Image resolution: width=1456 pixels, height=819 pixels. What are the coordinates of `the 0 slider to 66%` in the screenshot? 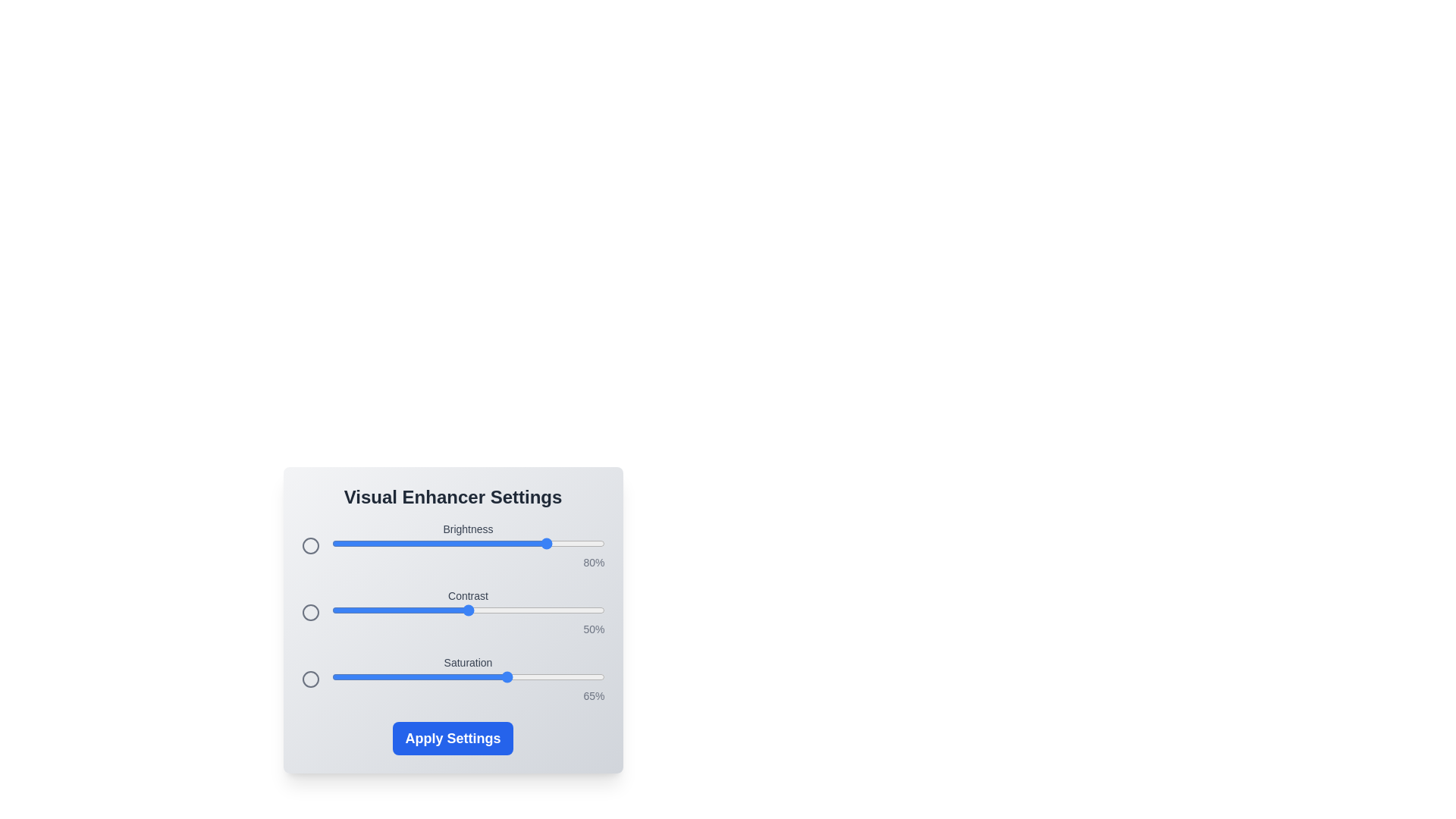 It's located at (512, 543).